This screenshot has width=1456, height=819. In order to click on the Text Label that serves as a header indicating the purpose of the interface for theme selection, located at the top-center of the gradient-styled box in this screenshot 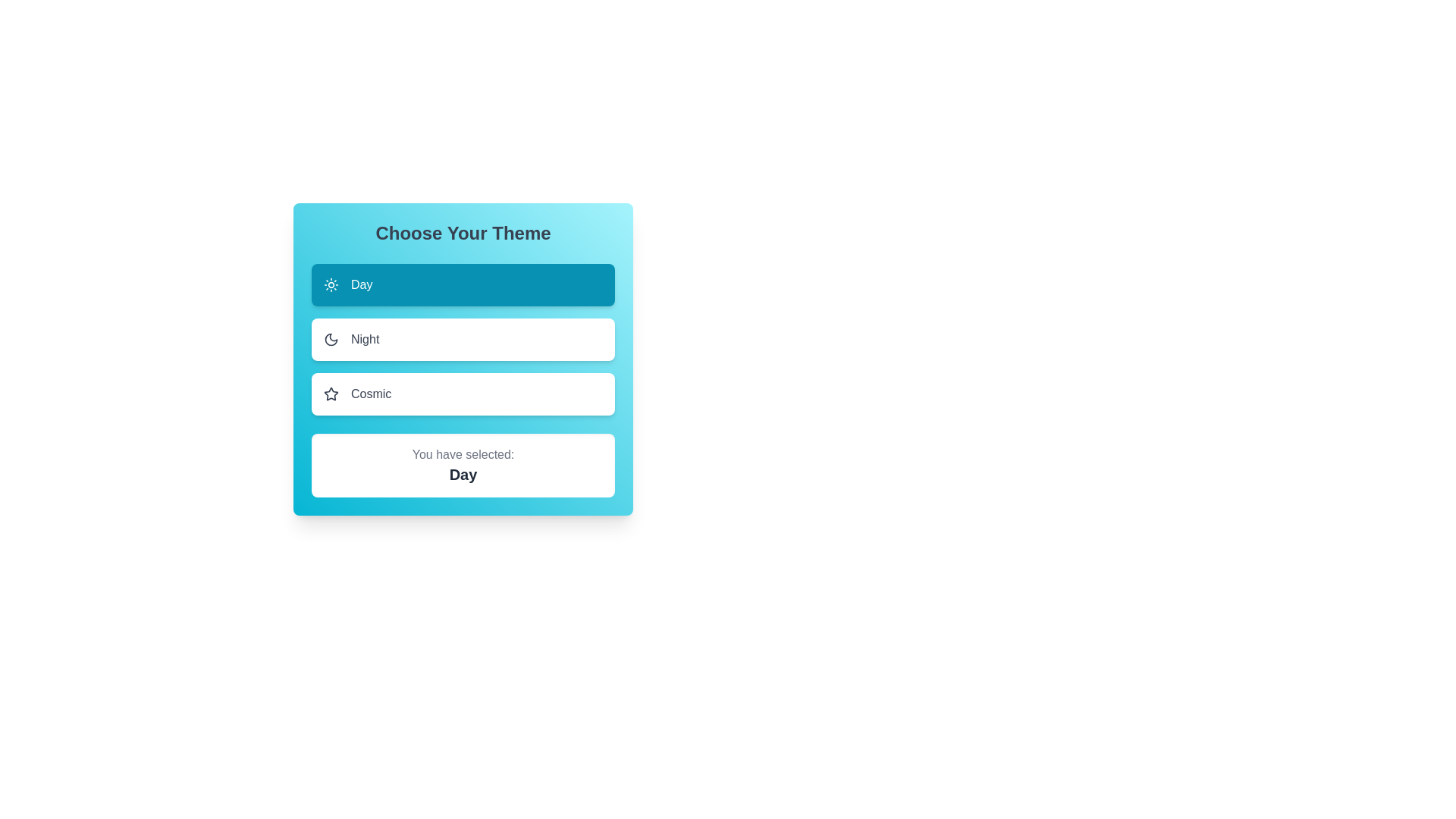, I will do `click(462, 234)`.